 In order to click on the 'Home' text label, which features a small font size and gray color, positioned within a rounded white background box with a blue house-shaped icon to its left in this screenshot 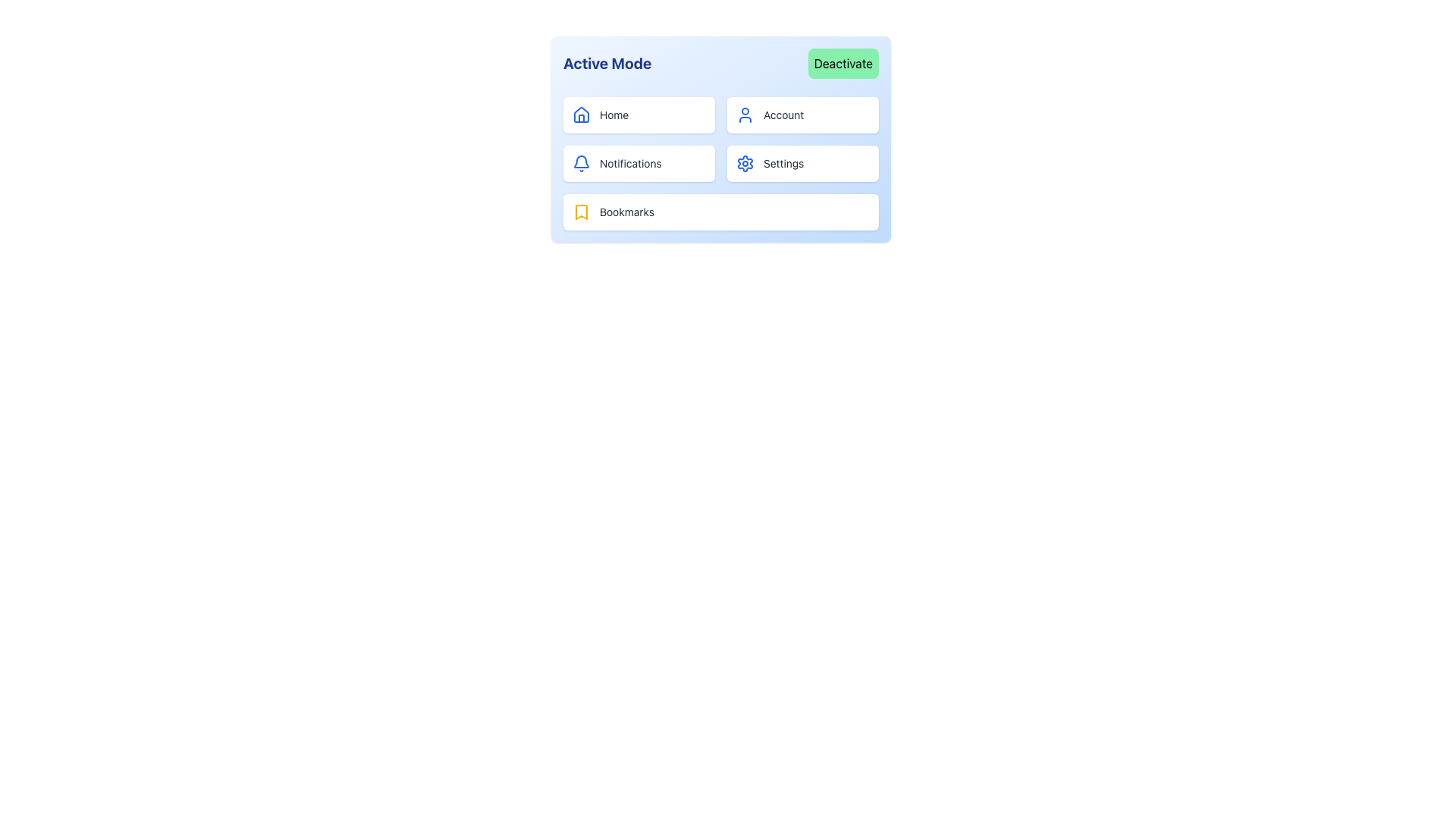, I will do `click(614, 114)`.